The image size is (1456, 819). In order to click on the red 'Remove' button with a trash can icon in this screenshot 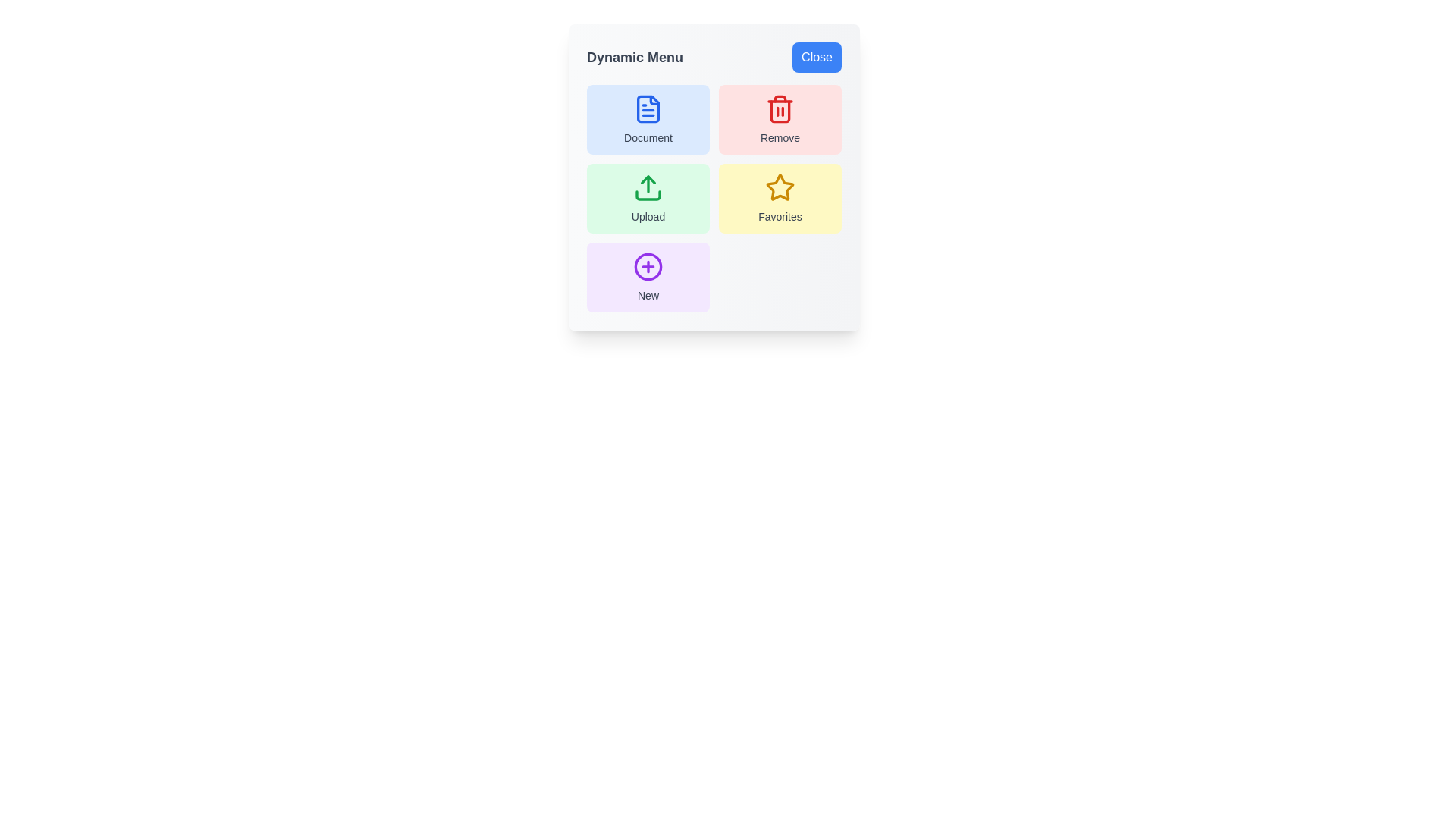, I will do `click(780, 119)`.